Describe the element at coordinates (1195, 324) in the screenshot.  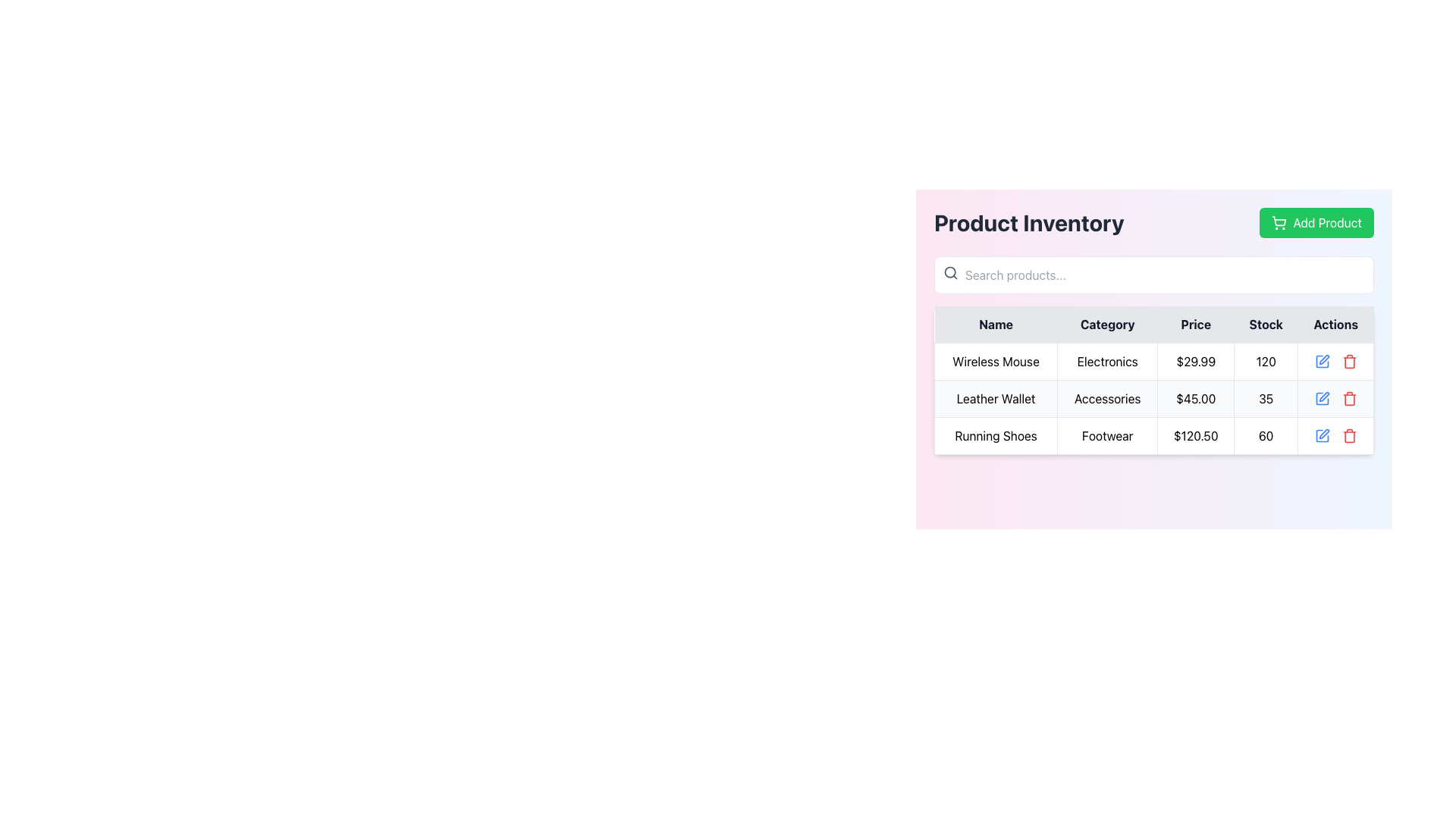
I see `the 'Price' label in the header row of the table, which is styled in bold black font and is the third entry in the header, positioned between 'Category' and 'Stock'` at that location.